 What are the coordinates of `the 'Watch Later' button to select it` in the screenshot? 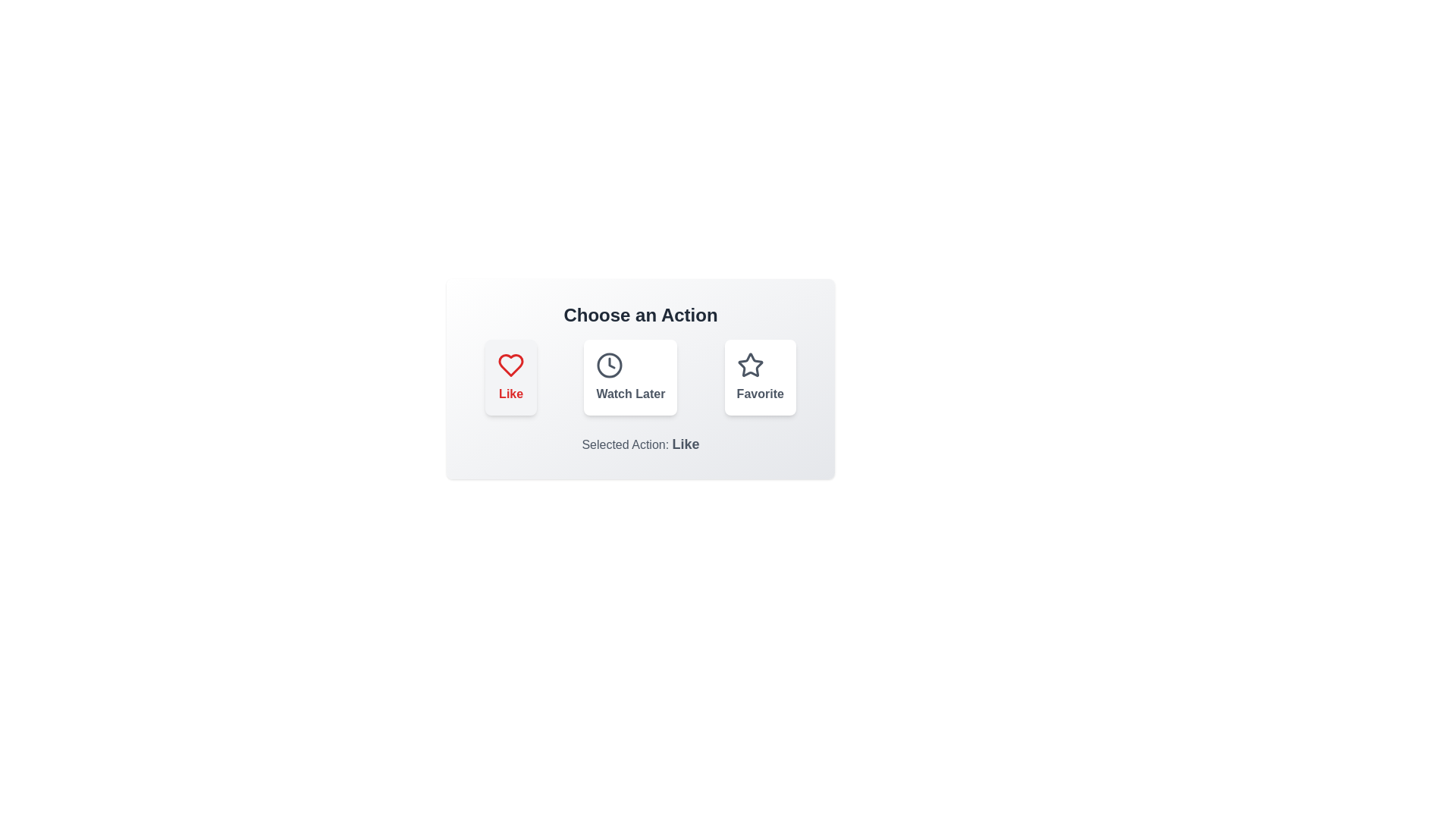 It's located at (630, 376).